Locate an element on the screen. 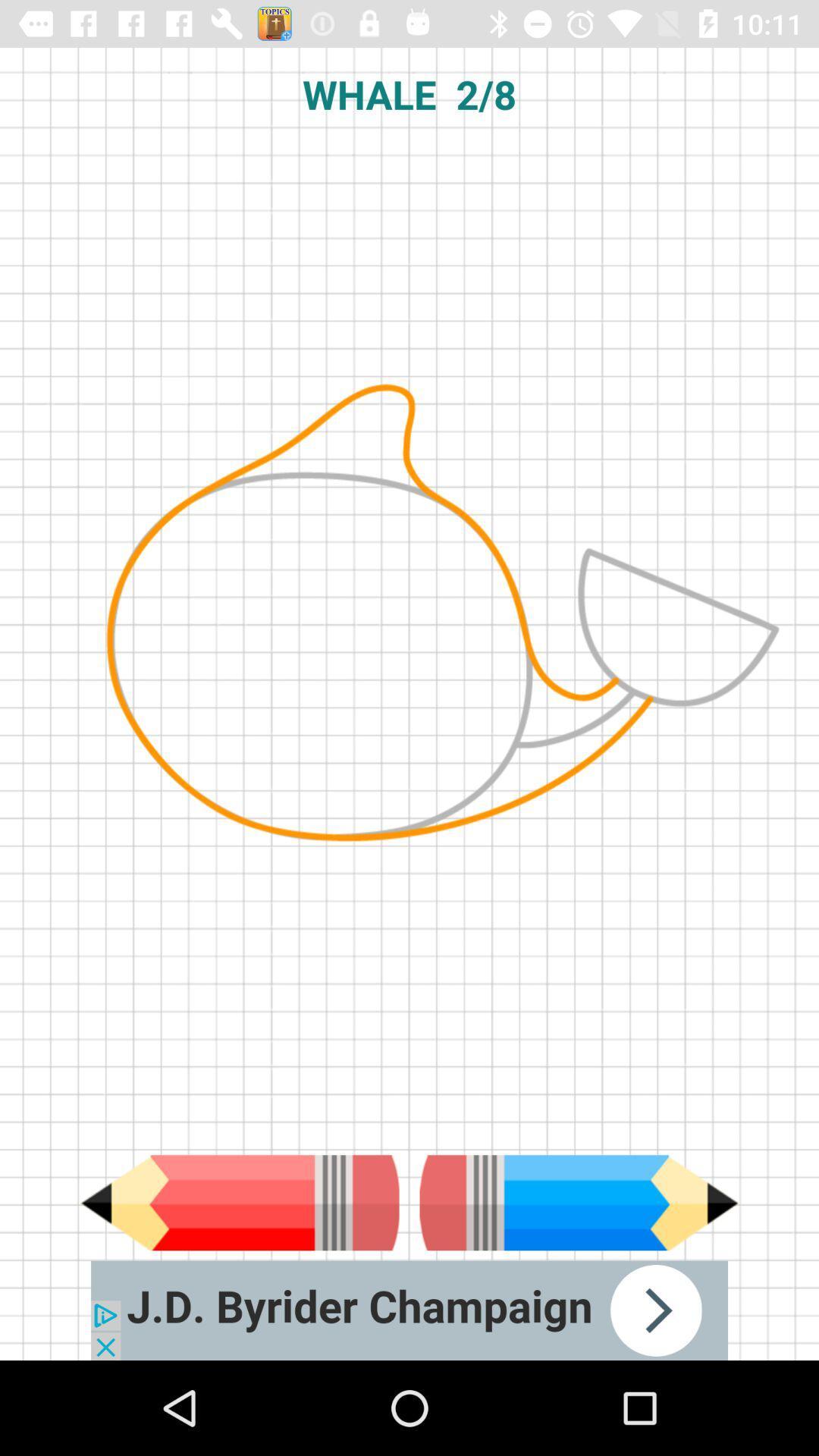  advertisement is located at coordinates (409, 1310).